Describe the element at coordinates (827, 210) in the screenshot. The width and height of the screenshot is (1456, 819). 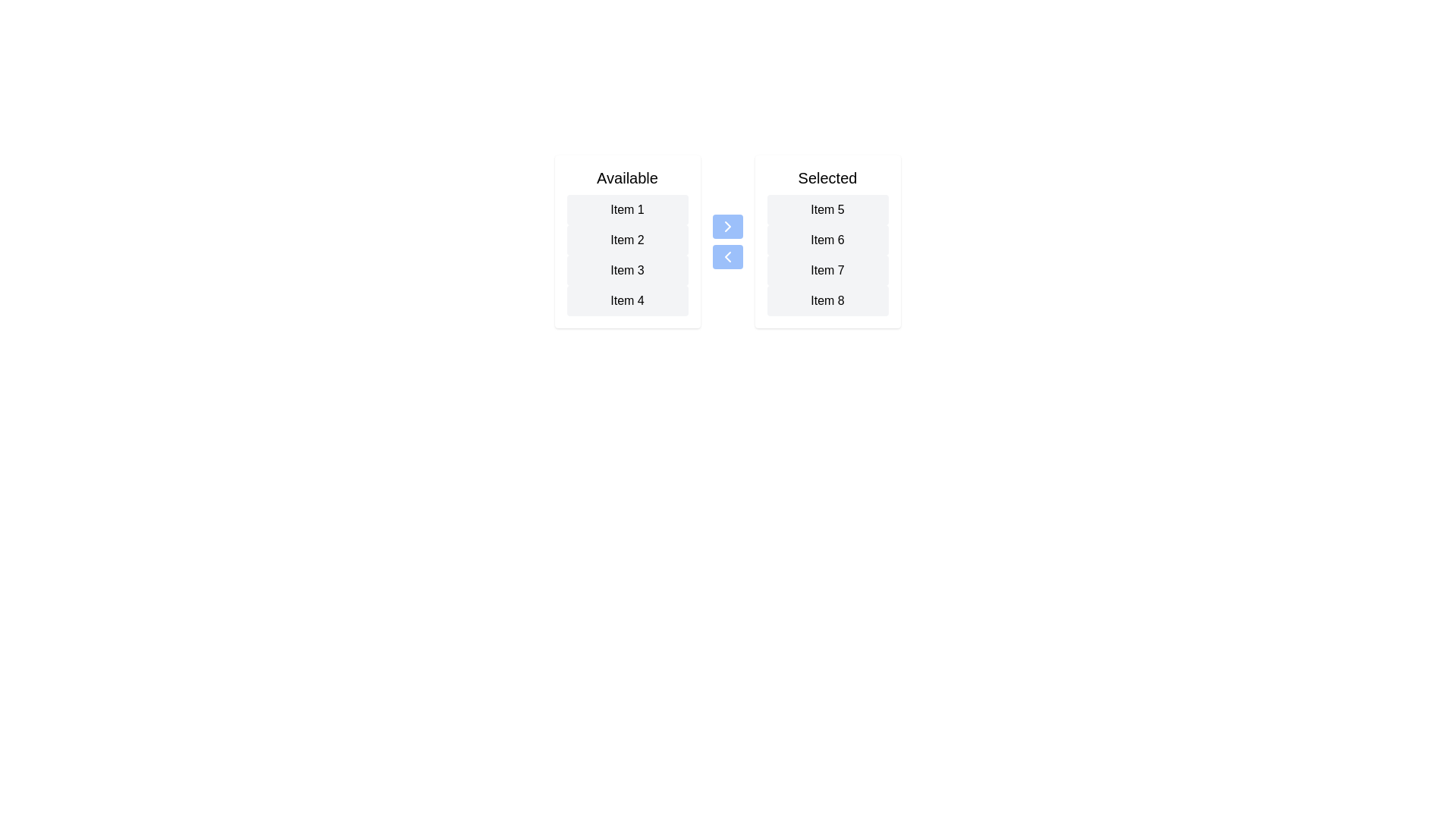
I see `the List Item element labeled 'Item 5' in the right-hand 'Selected' panel` at that location.